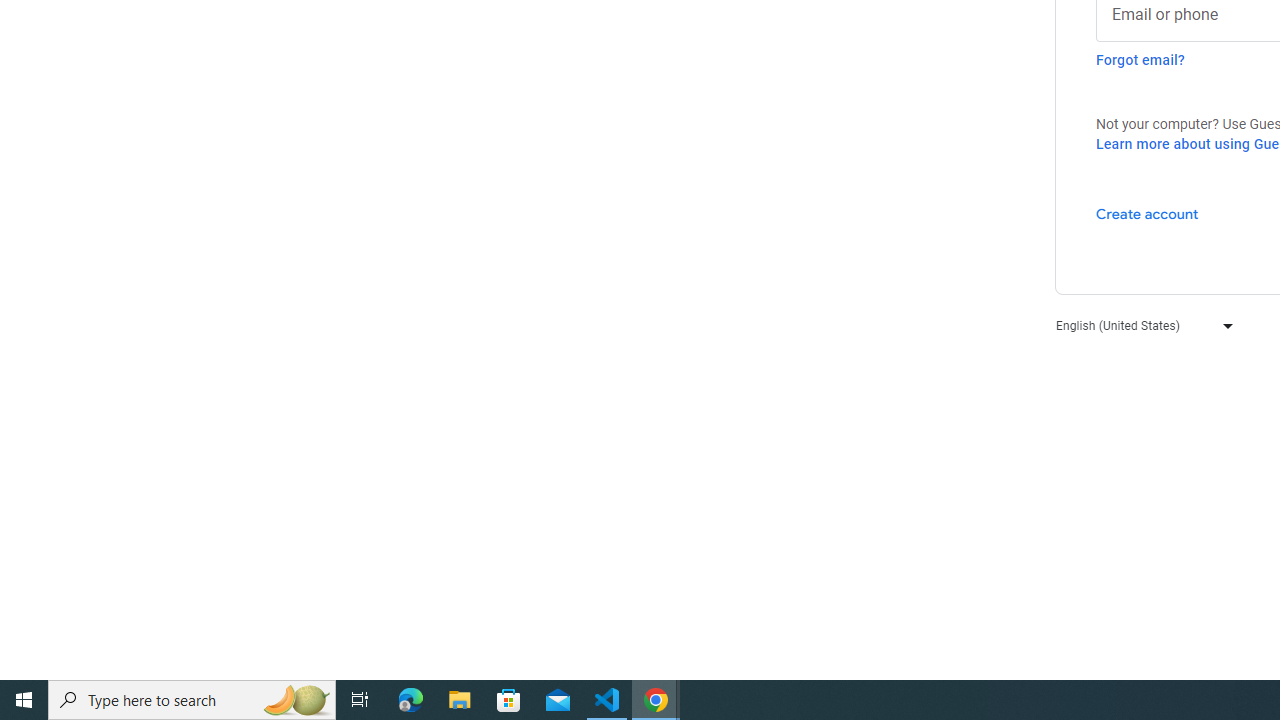 The image size is (1280, 720). What do you see at coordinates (1140, 59) in the screenshot?
I see `'Forgot email?'` at bounding box center [1140, 59].